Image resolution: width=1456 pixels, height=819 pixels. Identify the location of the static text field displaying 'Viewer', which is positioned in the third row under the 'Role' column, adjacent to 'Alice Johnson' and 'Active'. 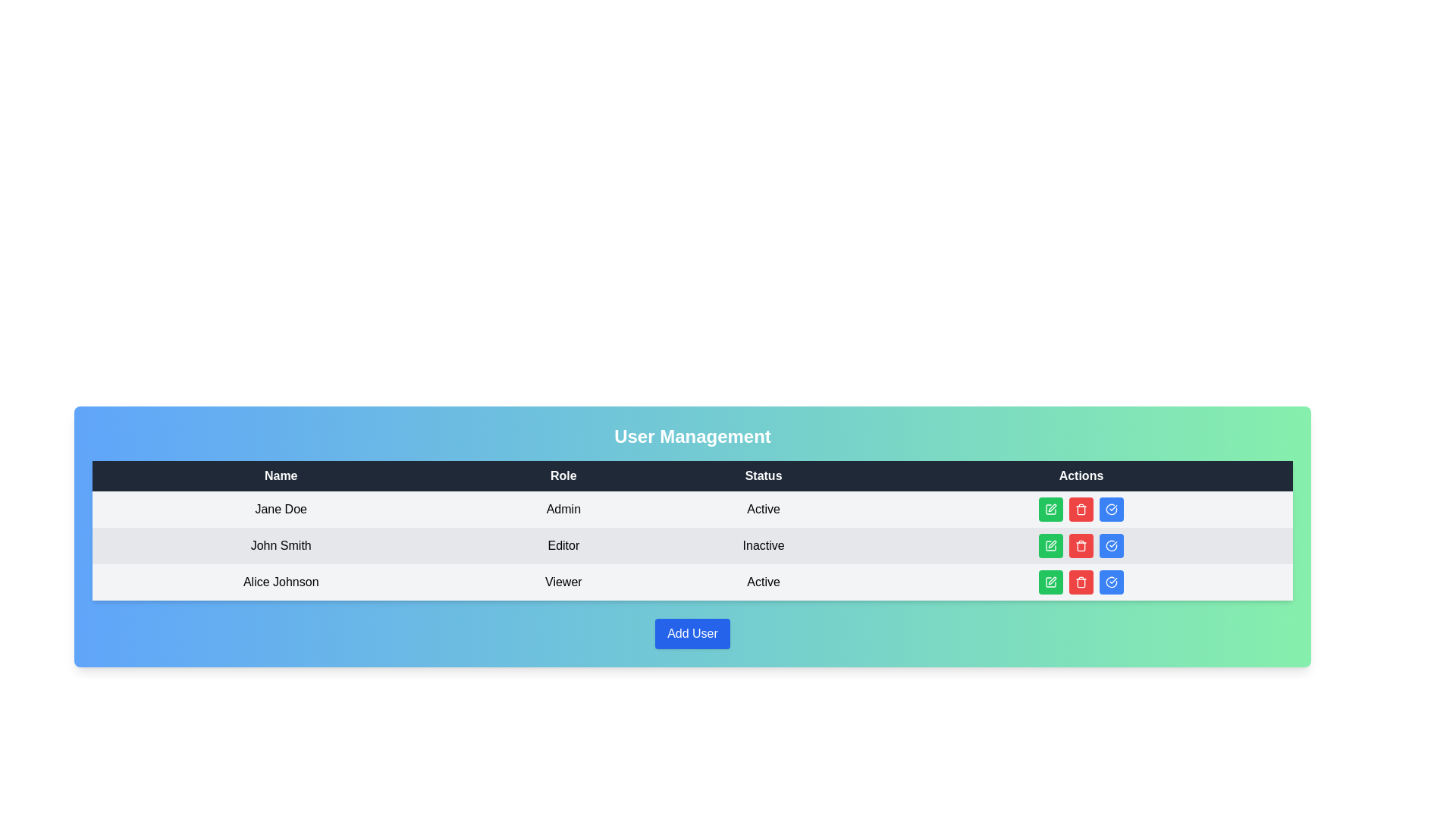
(563, 581).